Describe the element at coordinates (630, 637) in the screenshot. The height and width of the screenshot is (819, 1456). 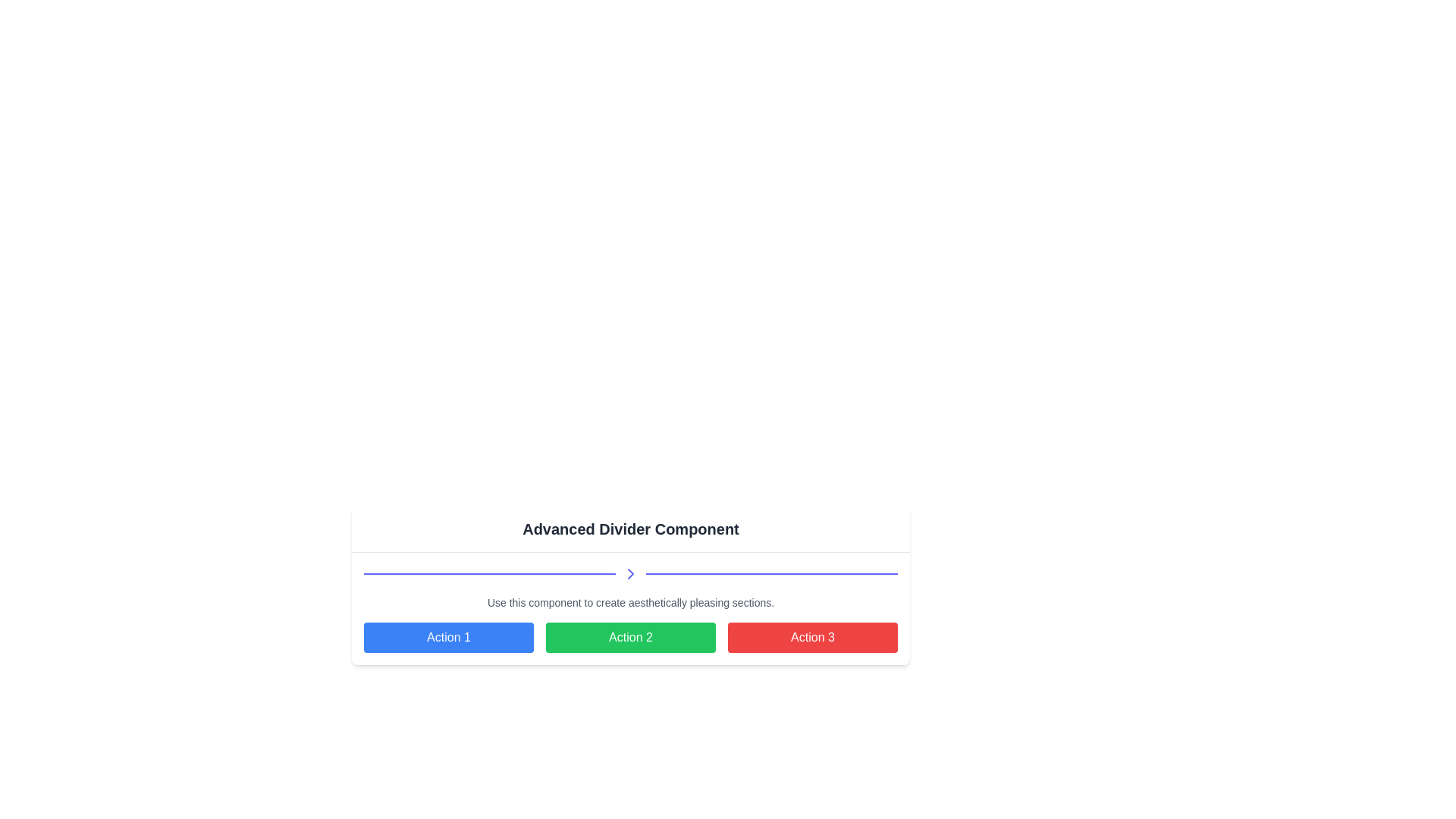
I see `the second button labeled 'Action 2' in the horizontal group` at that location.